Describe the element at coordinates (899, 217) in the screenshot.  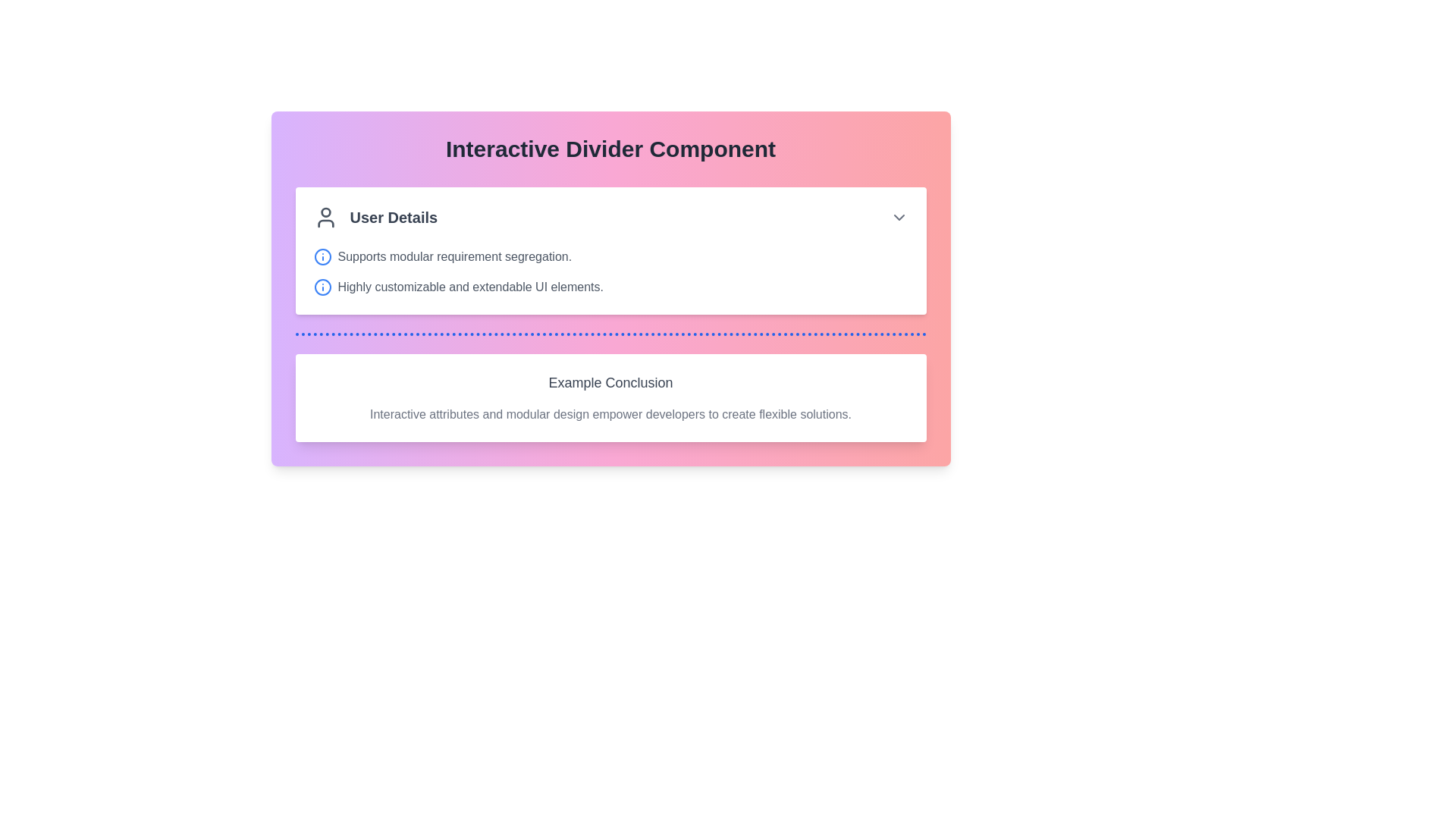
I see `the downward-facing arrow icon, which serves as a dropdown toggle for the 'User Details' header, located on the far-right side of the header` at that location.